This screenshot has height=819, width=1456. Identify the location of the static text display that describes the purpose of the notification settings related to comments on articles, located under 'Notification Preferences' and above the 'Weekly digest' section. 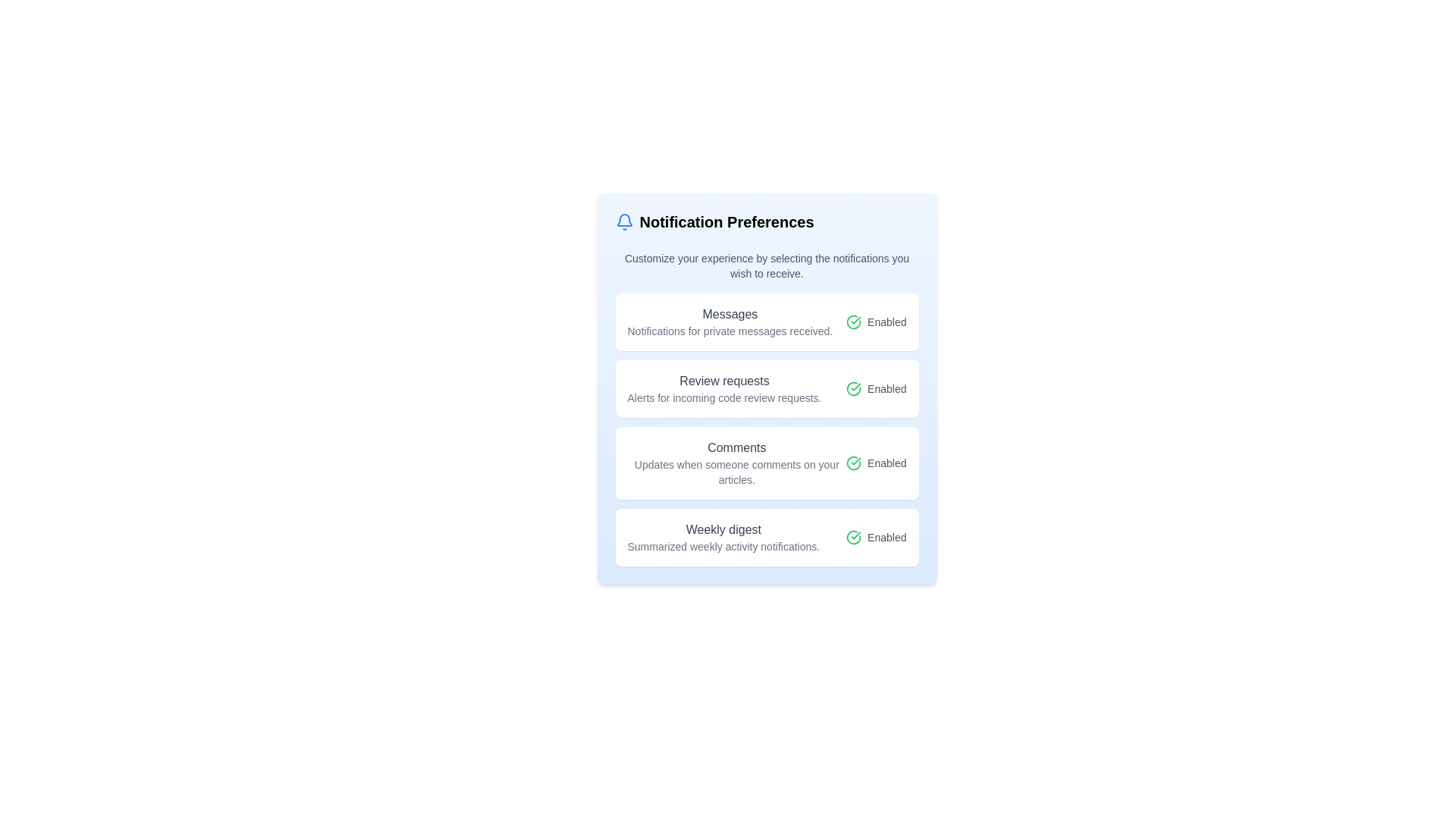
(736, 462).